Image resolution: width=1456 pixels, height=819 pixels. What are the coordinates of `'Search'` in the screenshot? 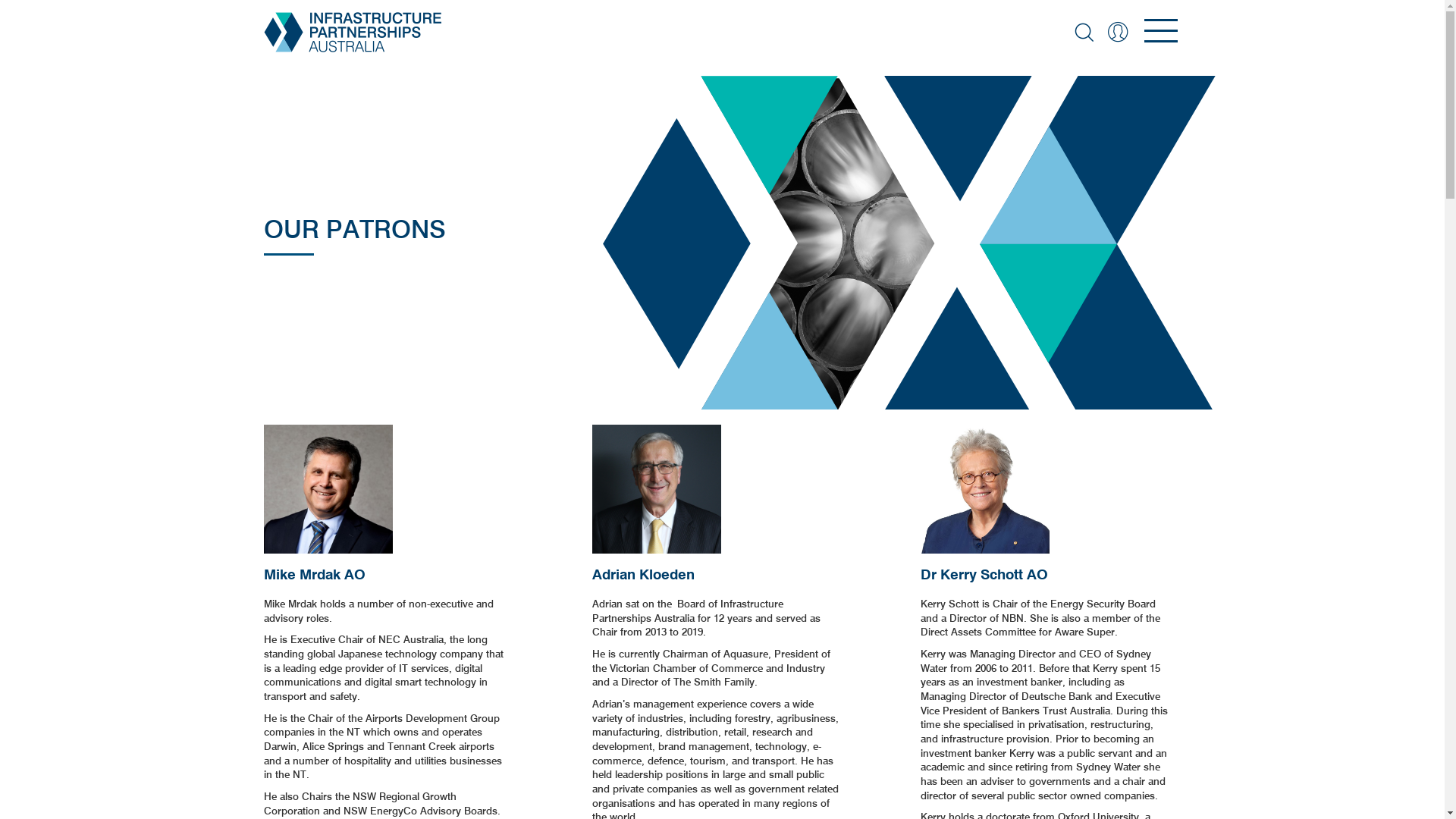 It's located at (1082, 32).